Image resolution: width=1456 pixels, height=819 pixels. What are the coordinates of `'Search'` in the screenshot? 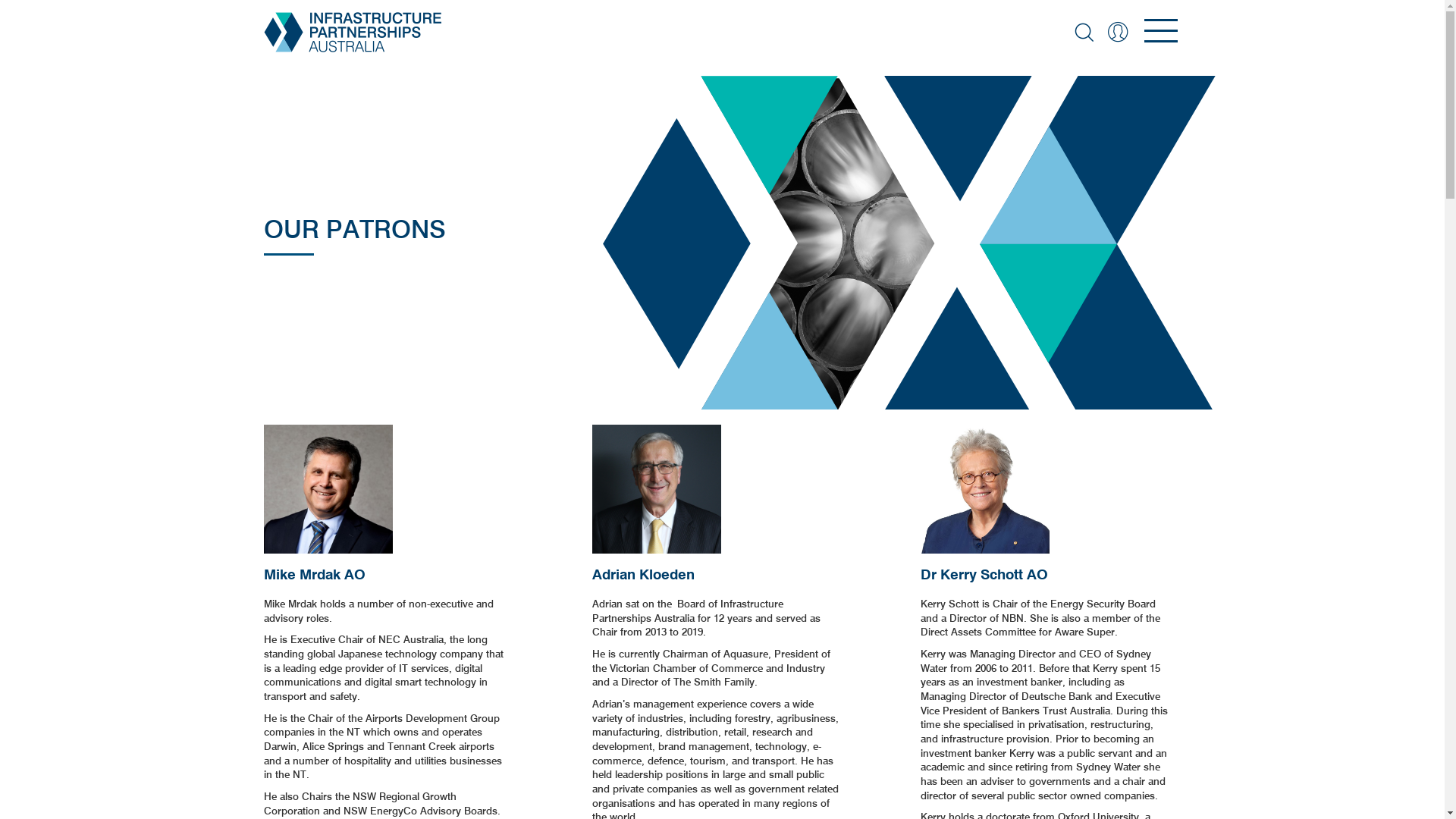 It's located at (1082, 32).